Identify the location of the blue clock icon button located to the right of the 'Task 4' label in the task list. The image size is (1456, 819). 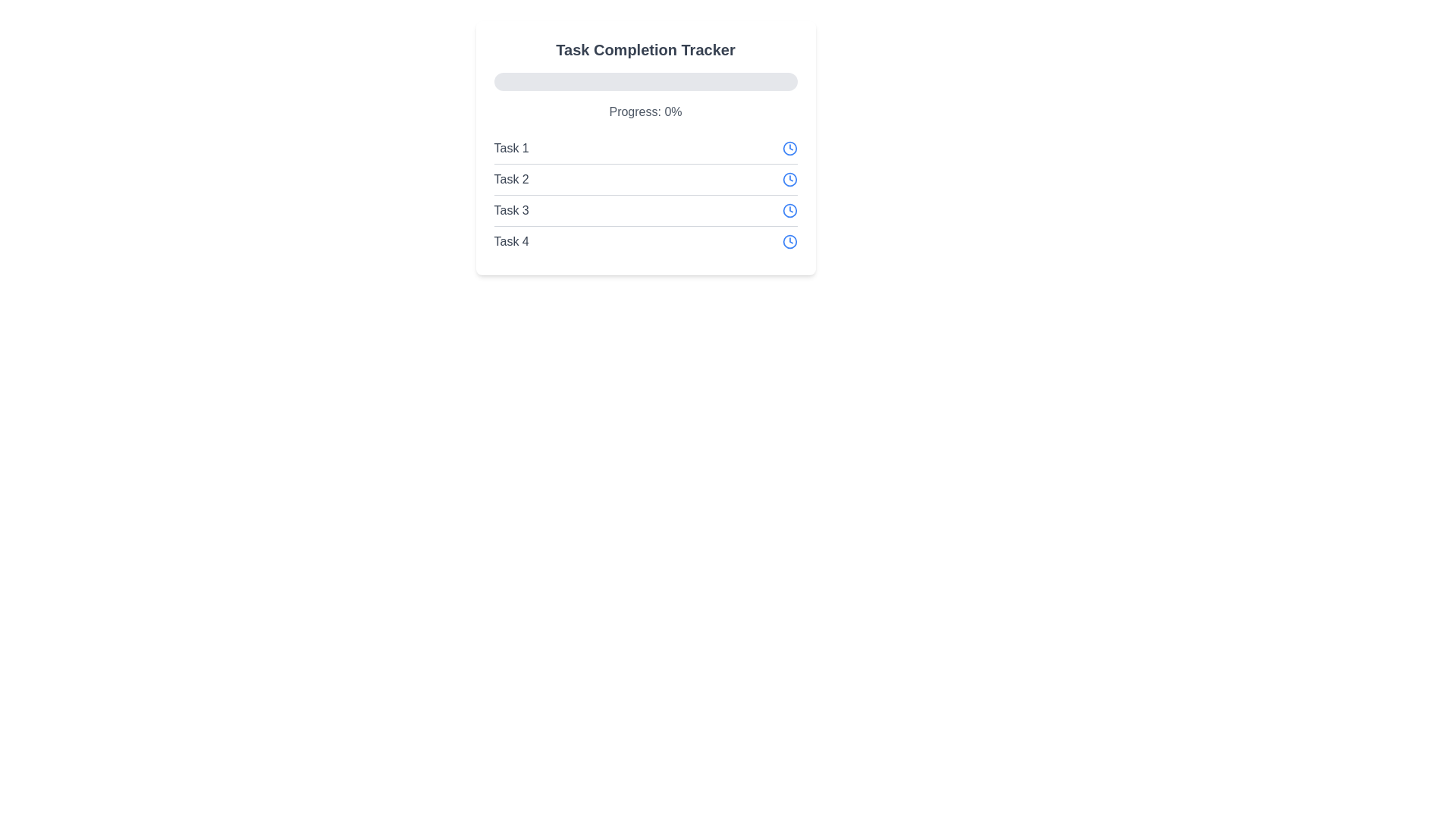
(789, 241).